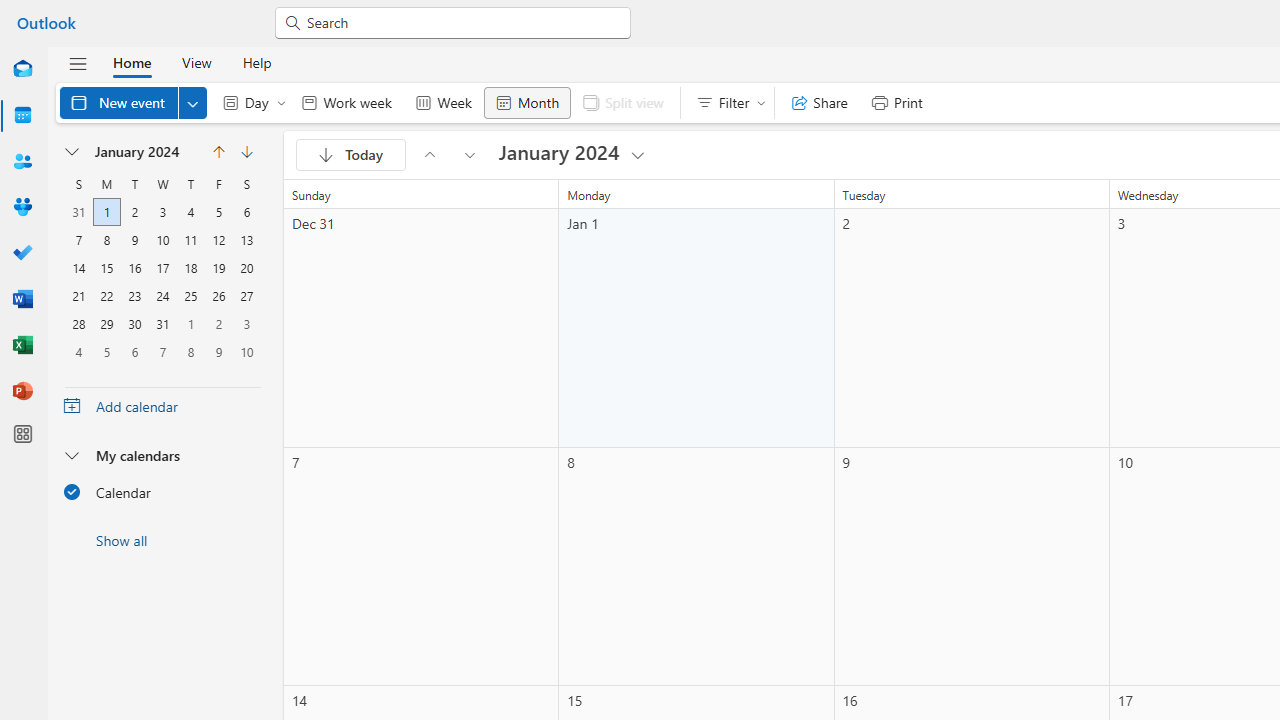 Image resolution: width=1280 pixels, height=720 pixels. I want to click on '1, January, 2024', so click(105, 212).